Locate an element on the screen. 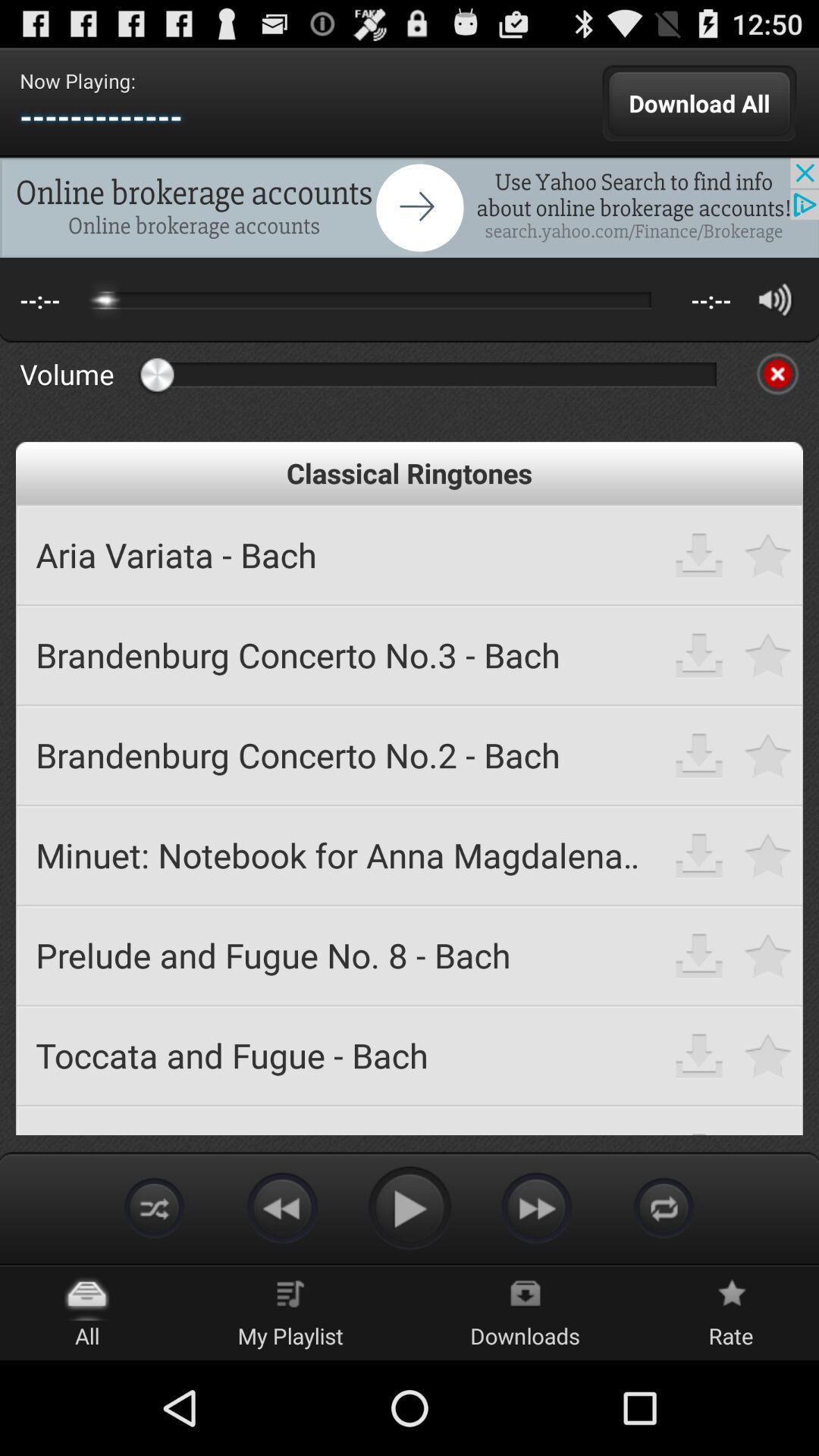 The image size is (819, 1456). song is located at coordinates (768, 1054).